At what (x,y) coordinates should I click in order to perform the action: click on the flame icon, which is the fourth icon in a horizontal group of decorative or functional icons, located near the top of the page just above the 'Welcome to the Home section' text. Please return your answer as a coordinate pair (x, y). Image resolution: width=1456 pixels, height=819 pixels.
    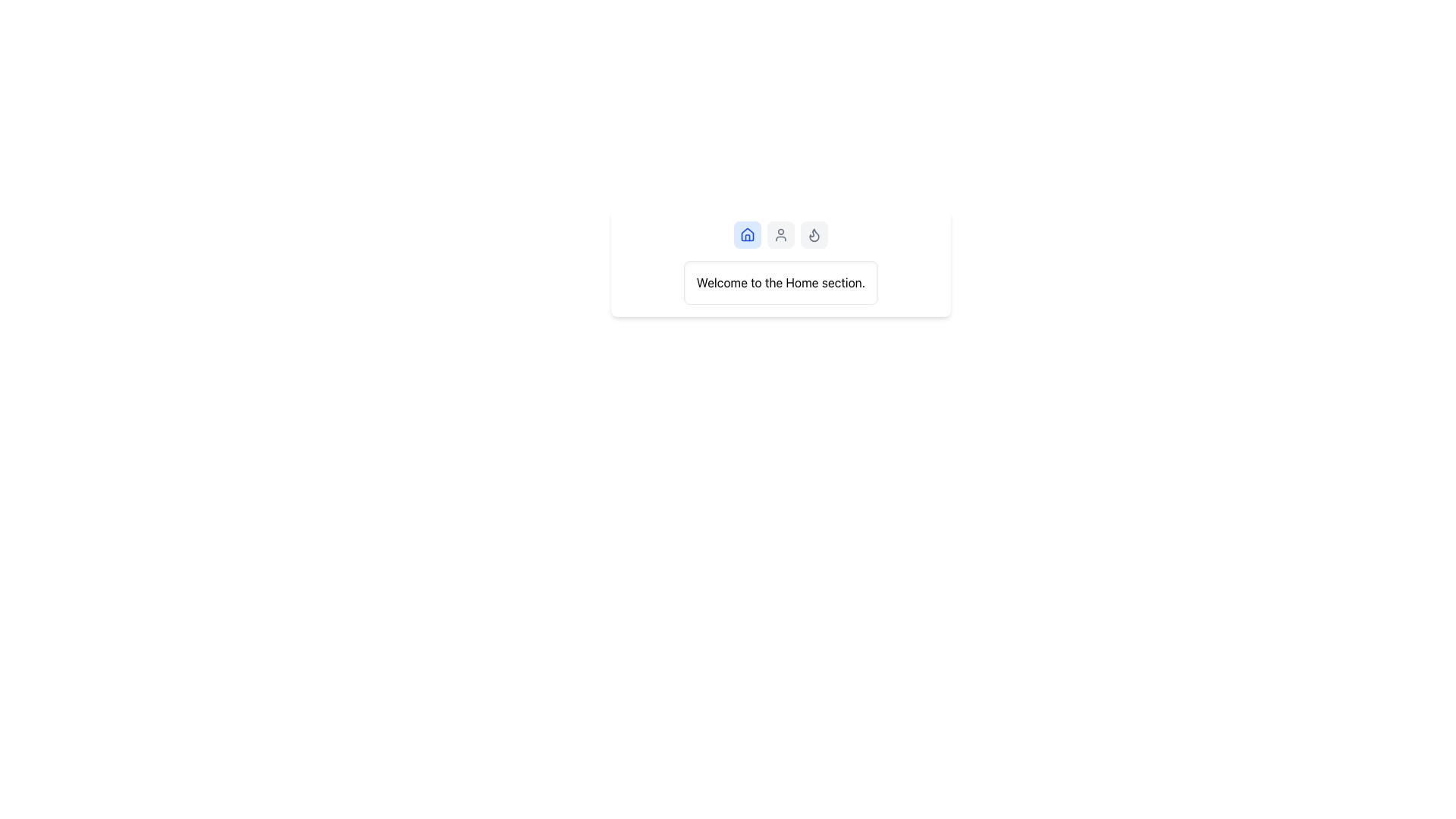
    Looking at the image, I should click on (814, 234).